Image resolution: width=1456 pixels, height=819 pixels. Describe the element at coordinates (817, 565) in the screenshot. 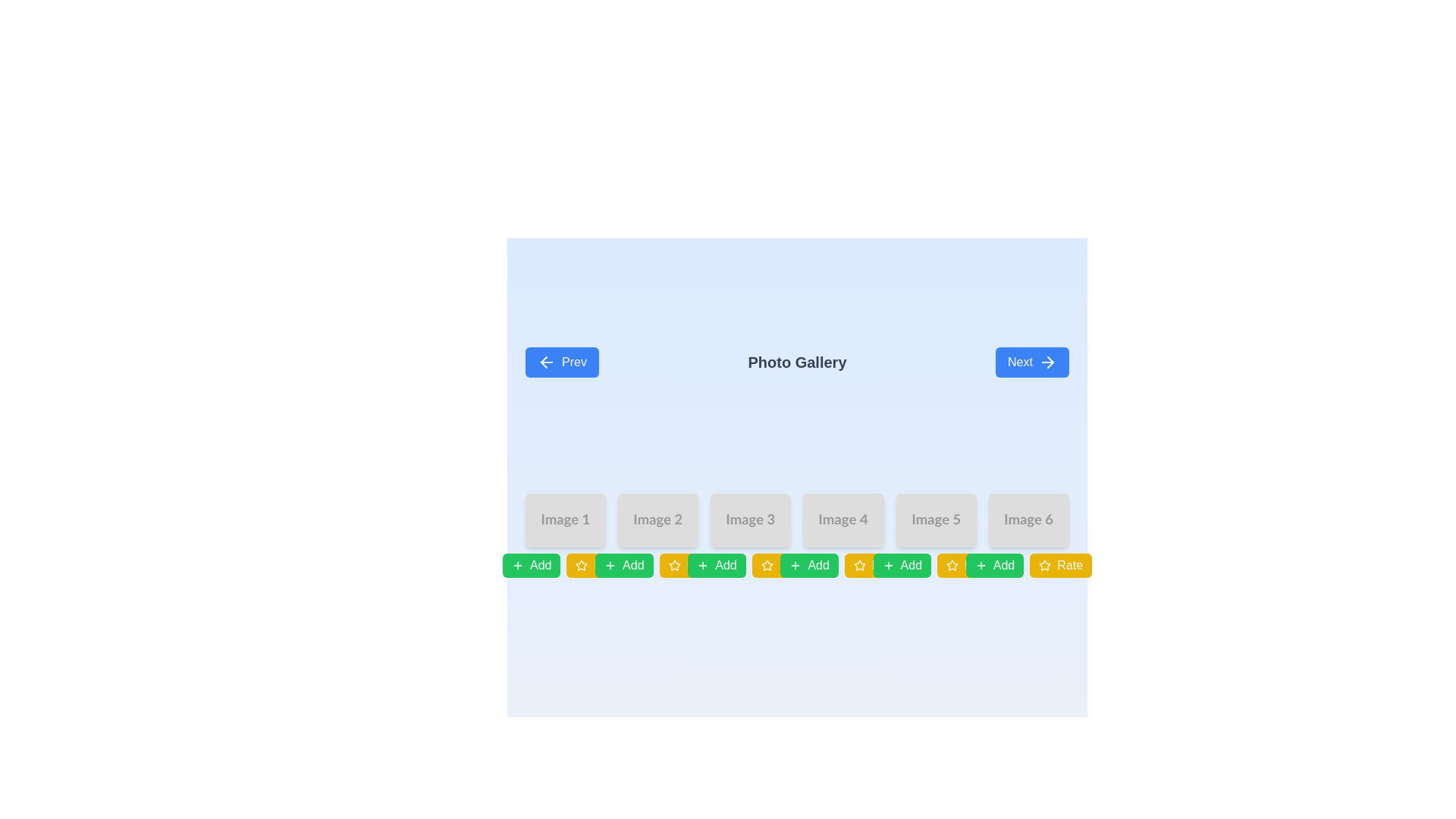

I see `the 'Add' button, which is a green rectangular button with rounded corners containing white text, located below the fourth image in a gallery of similar buttons` at that location.